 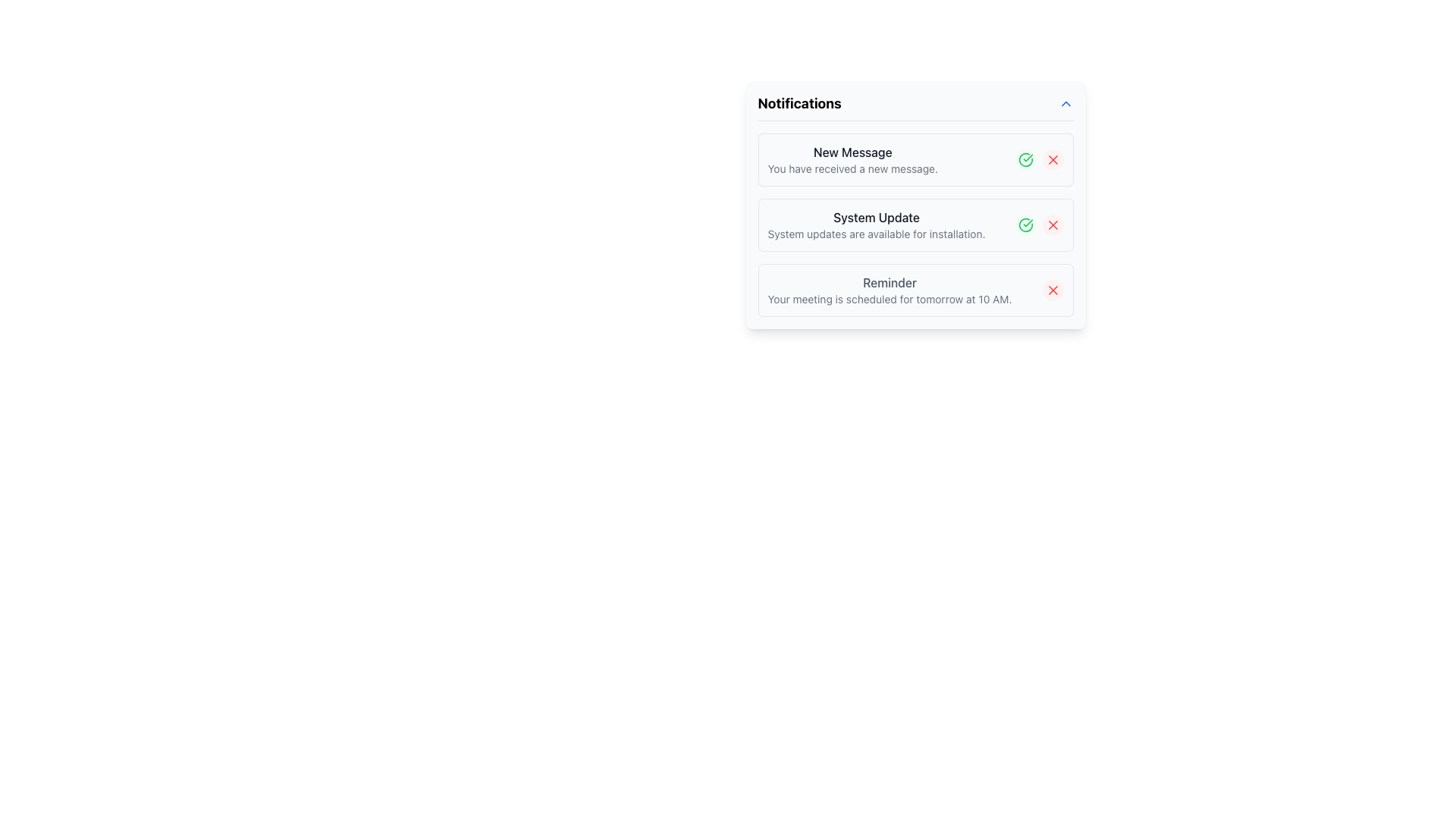 I want to click on the 'System Update' text label, which is styled in dark-gray on a light background and positioned above the text 'System updates are available for installation' in the second notification card, so click(x=877, y=217).